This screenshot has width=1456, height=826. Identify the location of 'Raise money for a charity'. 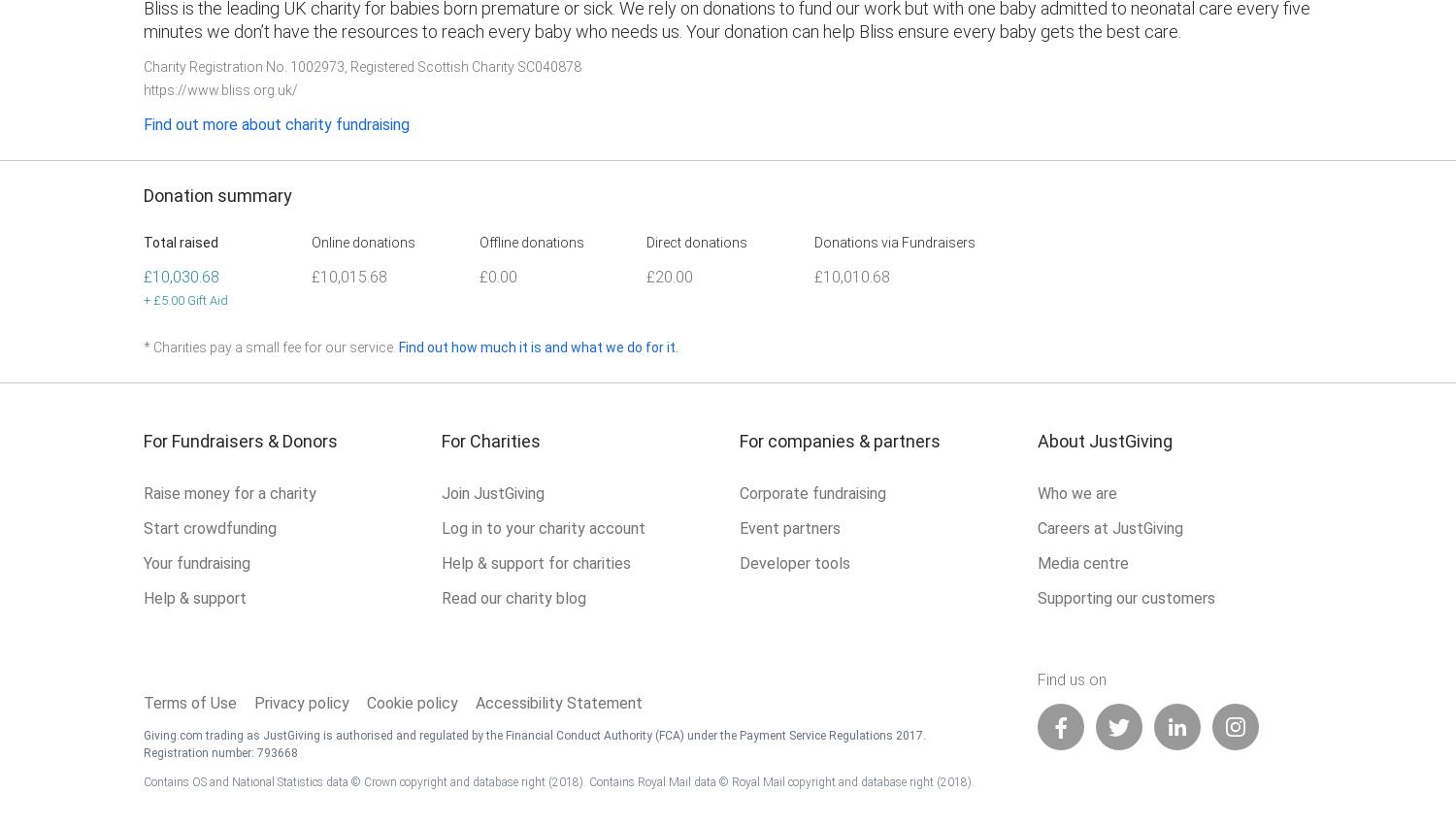
(229, 492).